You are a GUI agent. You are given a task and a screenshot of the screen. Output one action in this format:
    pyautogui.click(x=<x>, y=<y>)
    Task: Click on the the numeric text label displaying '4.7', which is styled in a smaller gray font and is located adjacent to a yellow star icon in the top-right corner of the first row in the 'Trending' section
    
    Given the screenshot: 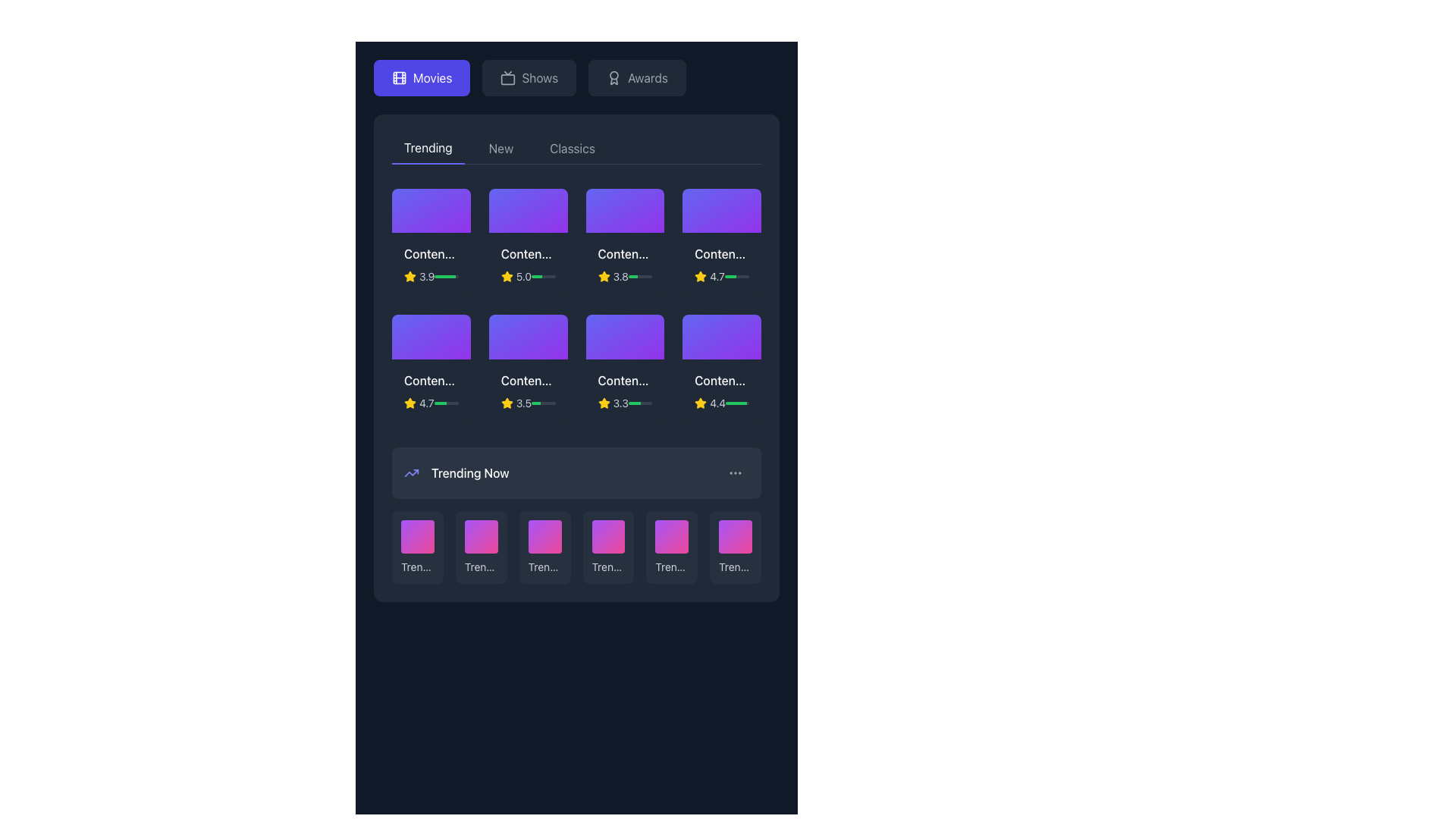 What is the action you would take?
    pyautogui.click(x=717, y=277)
    